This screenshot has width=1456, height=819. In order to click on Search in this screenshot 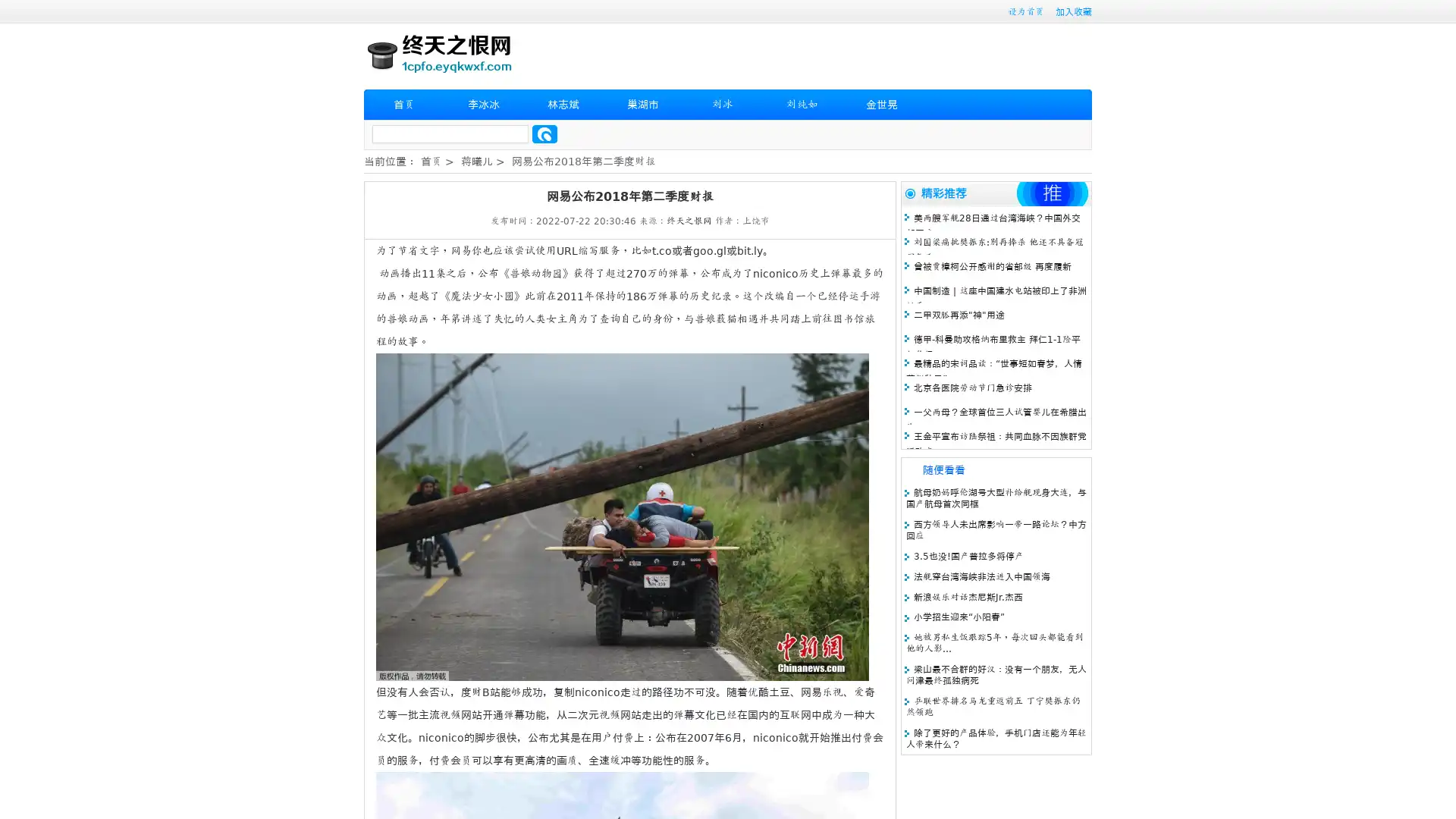, I will do `click(544, 133)`.